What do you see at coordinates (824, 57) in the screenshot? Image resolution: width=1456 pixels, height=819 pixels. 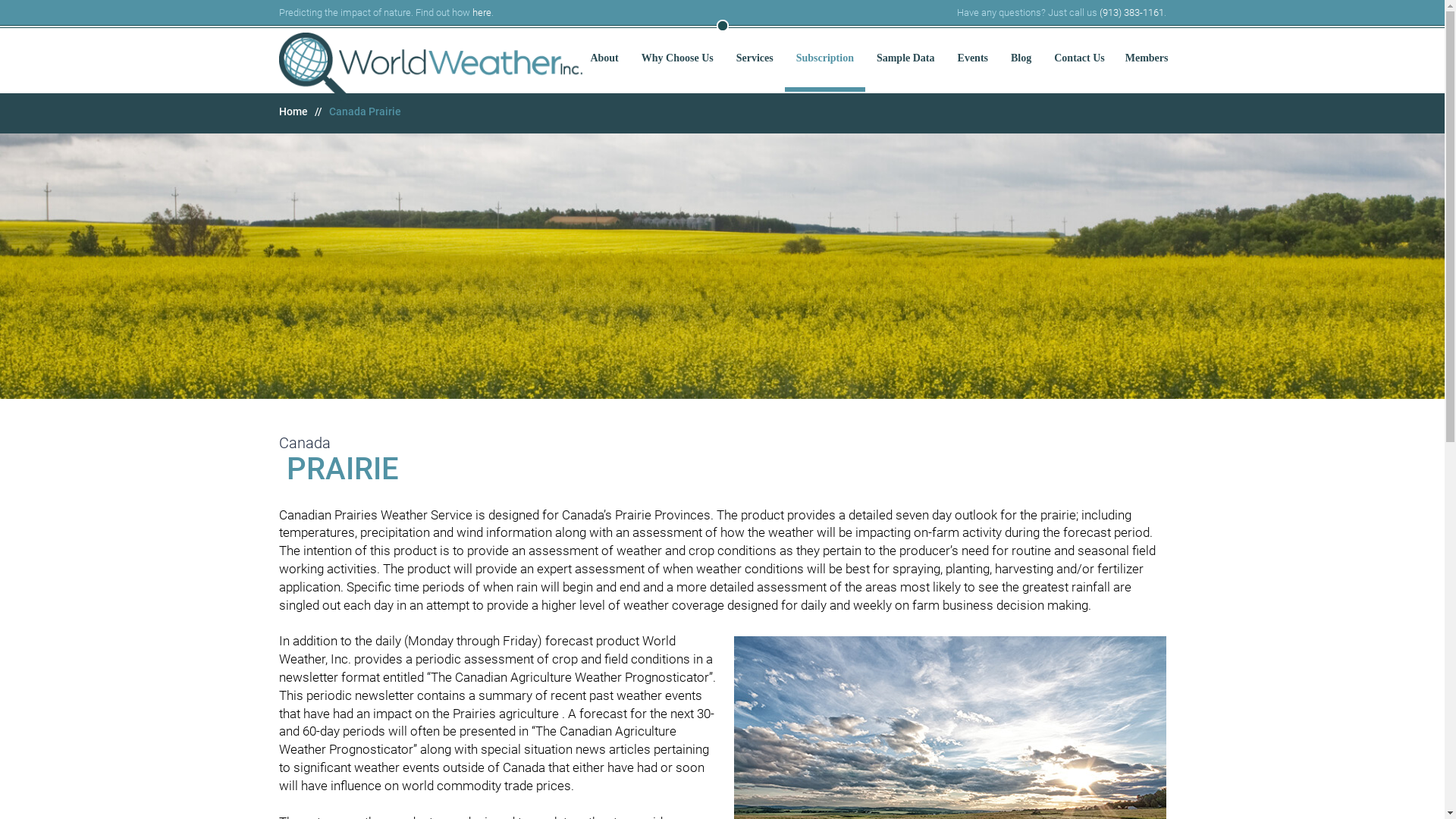 I see `'Subscription'` at bounding box center [824, 57].